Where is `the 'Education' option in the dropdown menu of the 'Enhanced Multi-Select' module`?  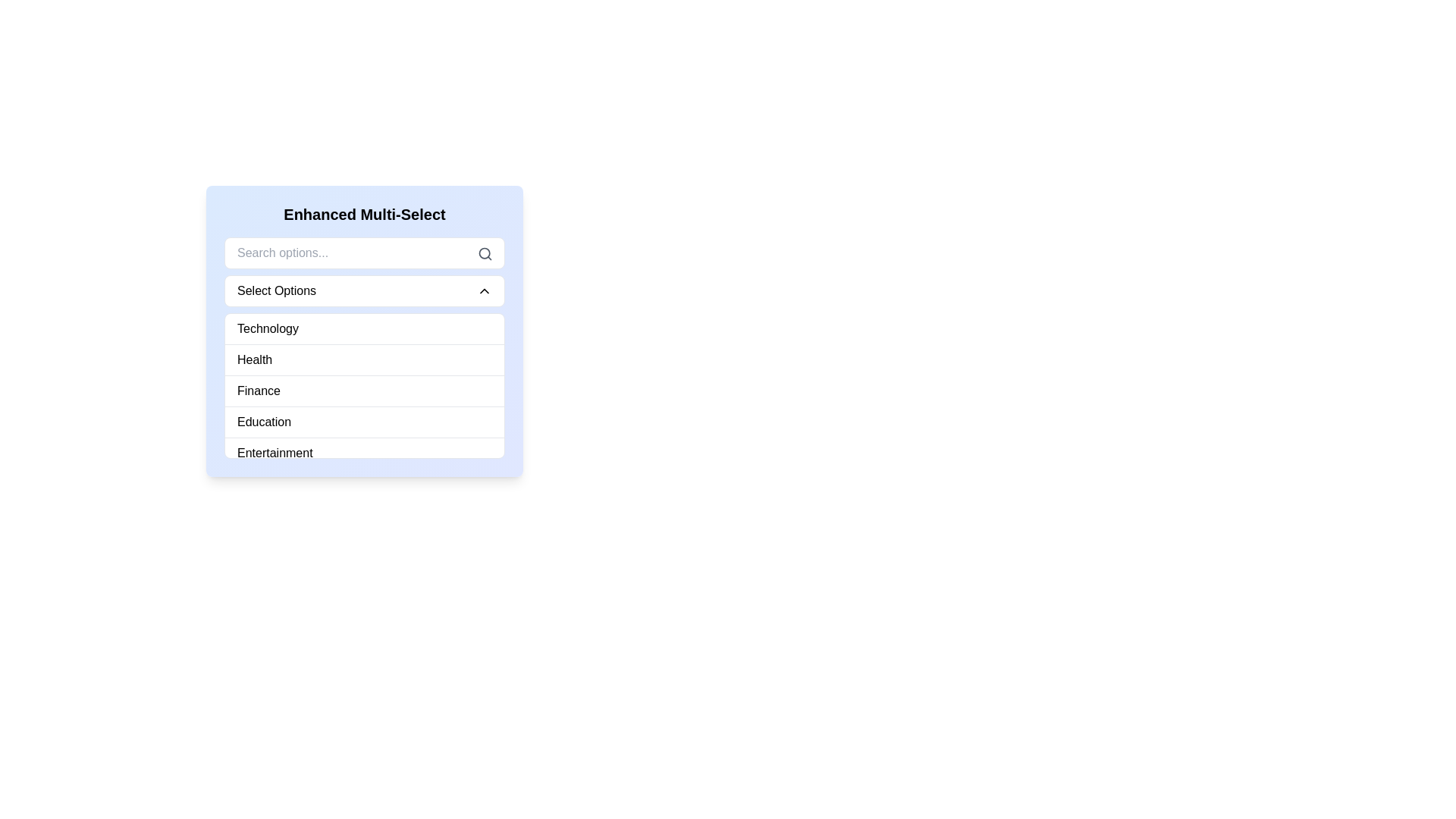
the 'Education' option in the dropdown menu of the 'Enhanced Multi-Select' module is located at coordinates (264, 422).